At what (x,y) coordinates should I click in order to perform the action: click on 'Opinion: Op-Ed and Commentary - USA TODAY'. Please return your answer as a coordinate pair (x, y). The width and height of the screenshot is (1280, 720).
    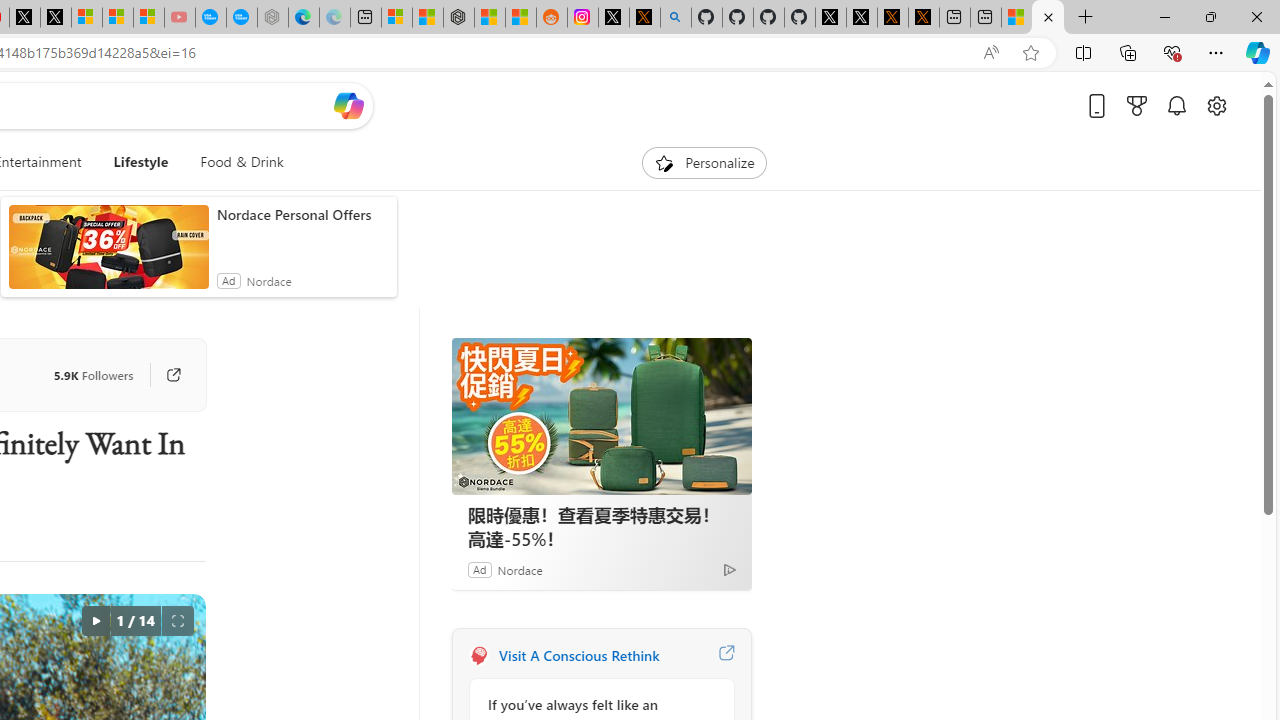
    Looking at the image, I should click on (211, 17).